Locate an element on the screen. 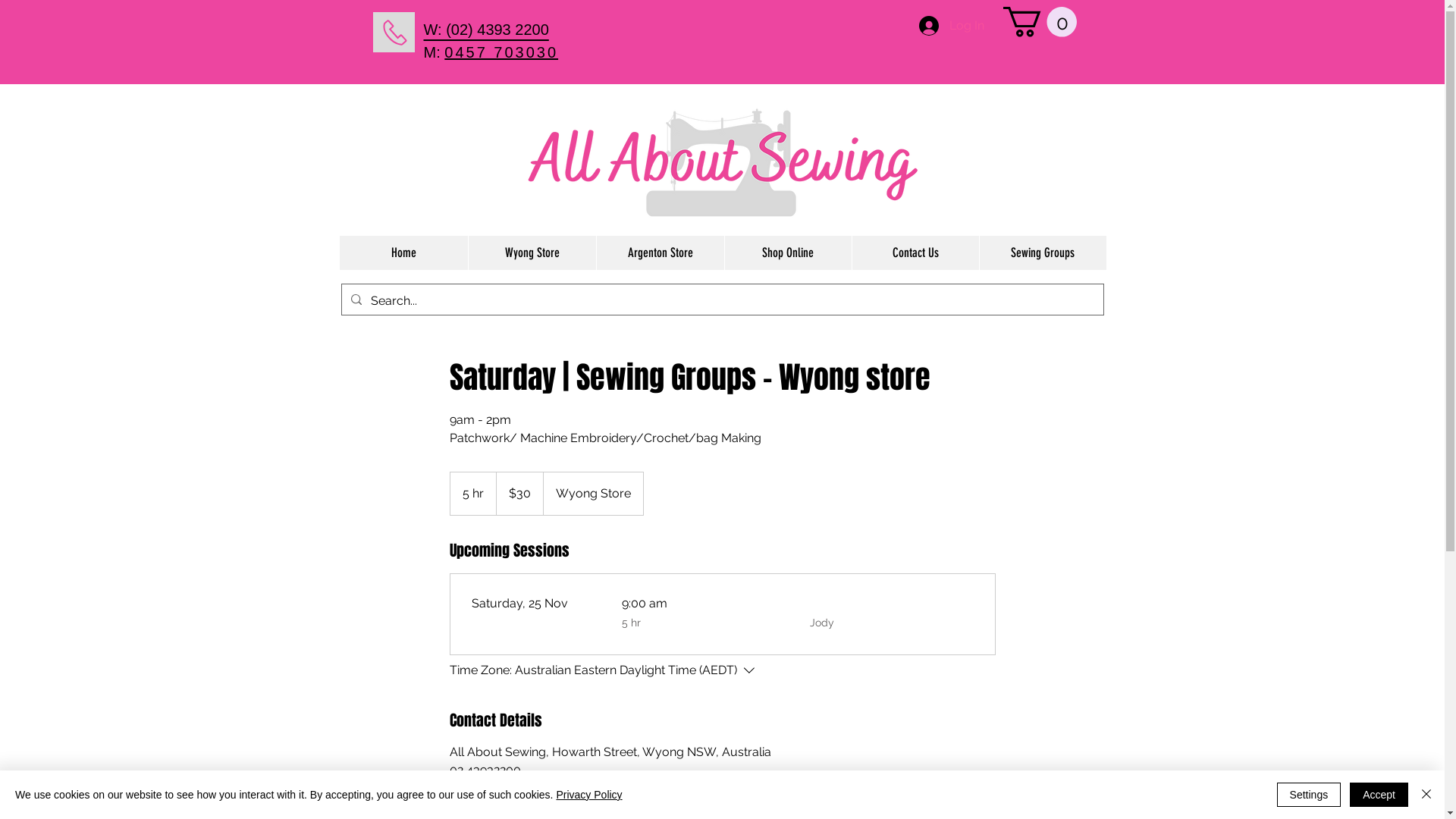 Image resolution: width=1456 pixels, height=819 pixels. 'Argenton Store' is located at coordinates (660, 252).